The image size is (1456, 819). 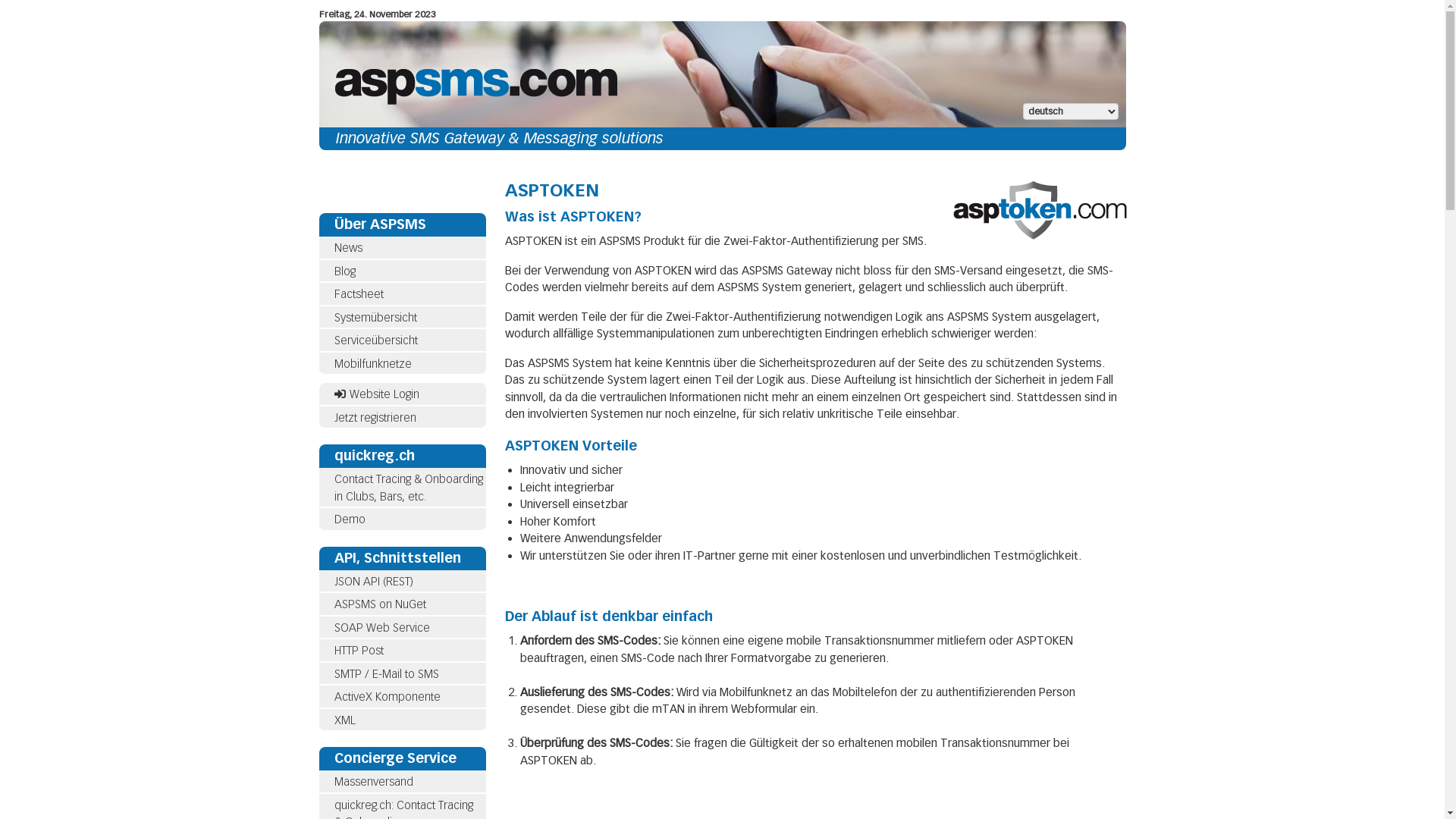 I want to click on 'JSON API (REST)', so click(x=401, y=581).